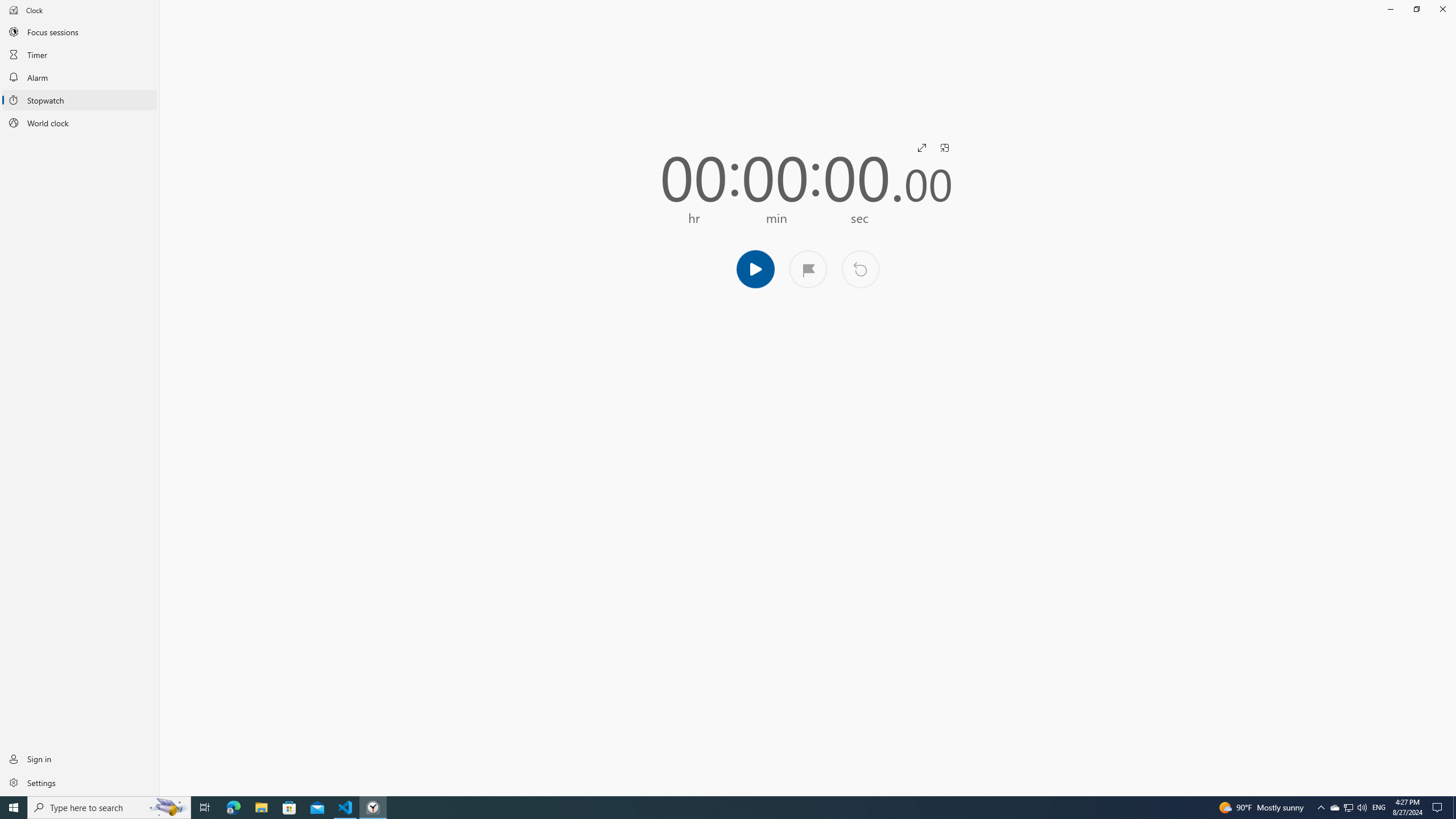  I want to click on 'Search highlights icon opens search home window', so click(167, 806).